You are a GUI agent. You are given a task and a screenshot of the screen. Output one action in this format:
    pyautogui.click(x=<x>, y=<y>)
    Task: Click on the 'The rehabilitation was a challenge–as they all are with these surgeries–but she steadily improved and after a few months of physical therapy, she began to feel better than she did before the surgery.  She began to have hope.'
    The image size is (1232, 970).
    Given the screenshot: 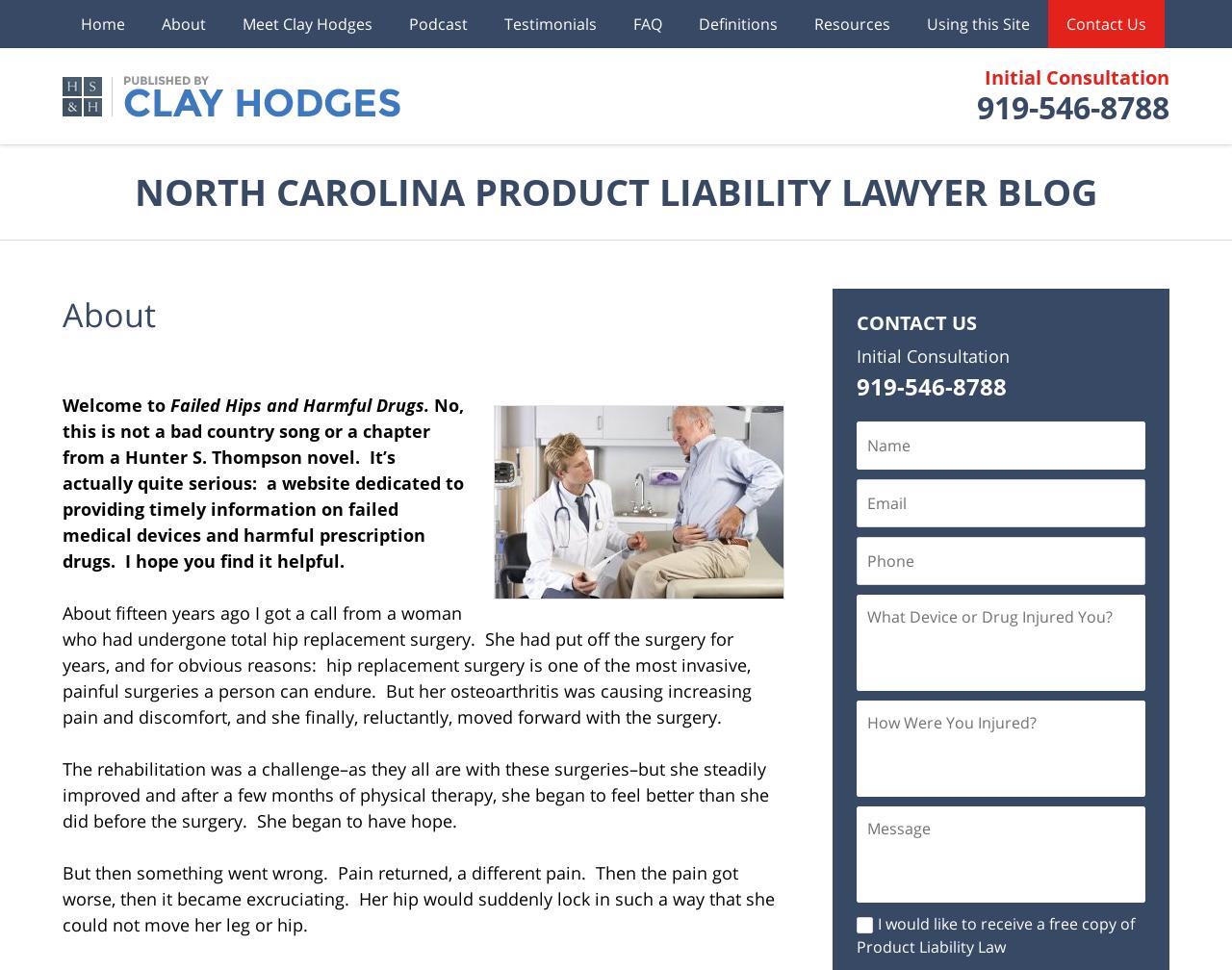 What is the action you would take?
    pyautogui.click(x=415, y=794)
    